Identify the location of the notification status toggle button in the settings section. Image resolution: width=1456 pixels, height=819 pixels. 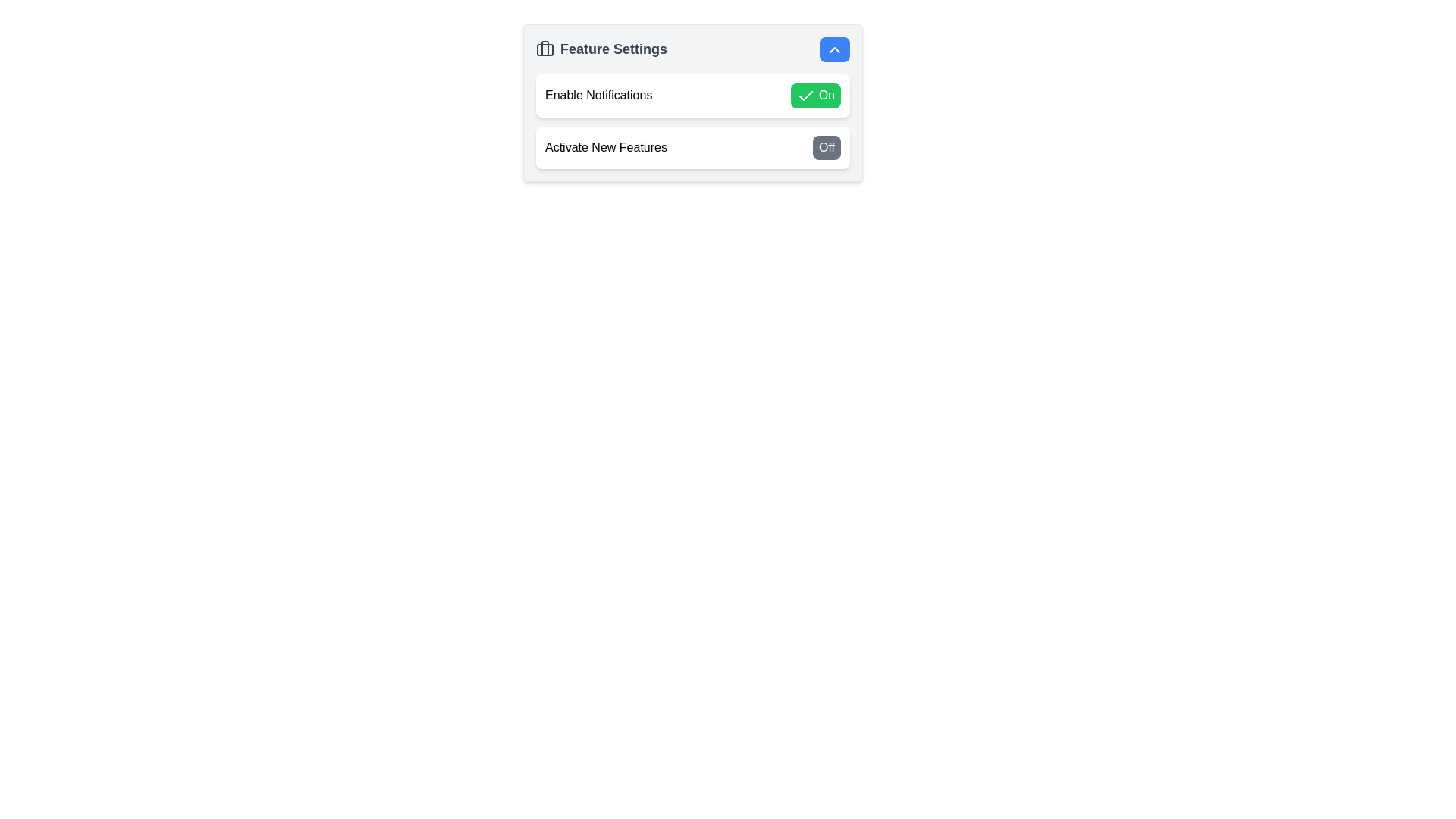
(692, 96).